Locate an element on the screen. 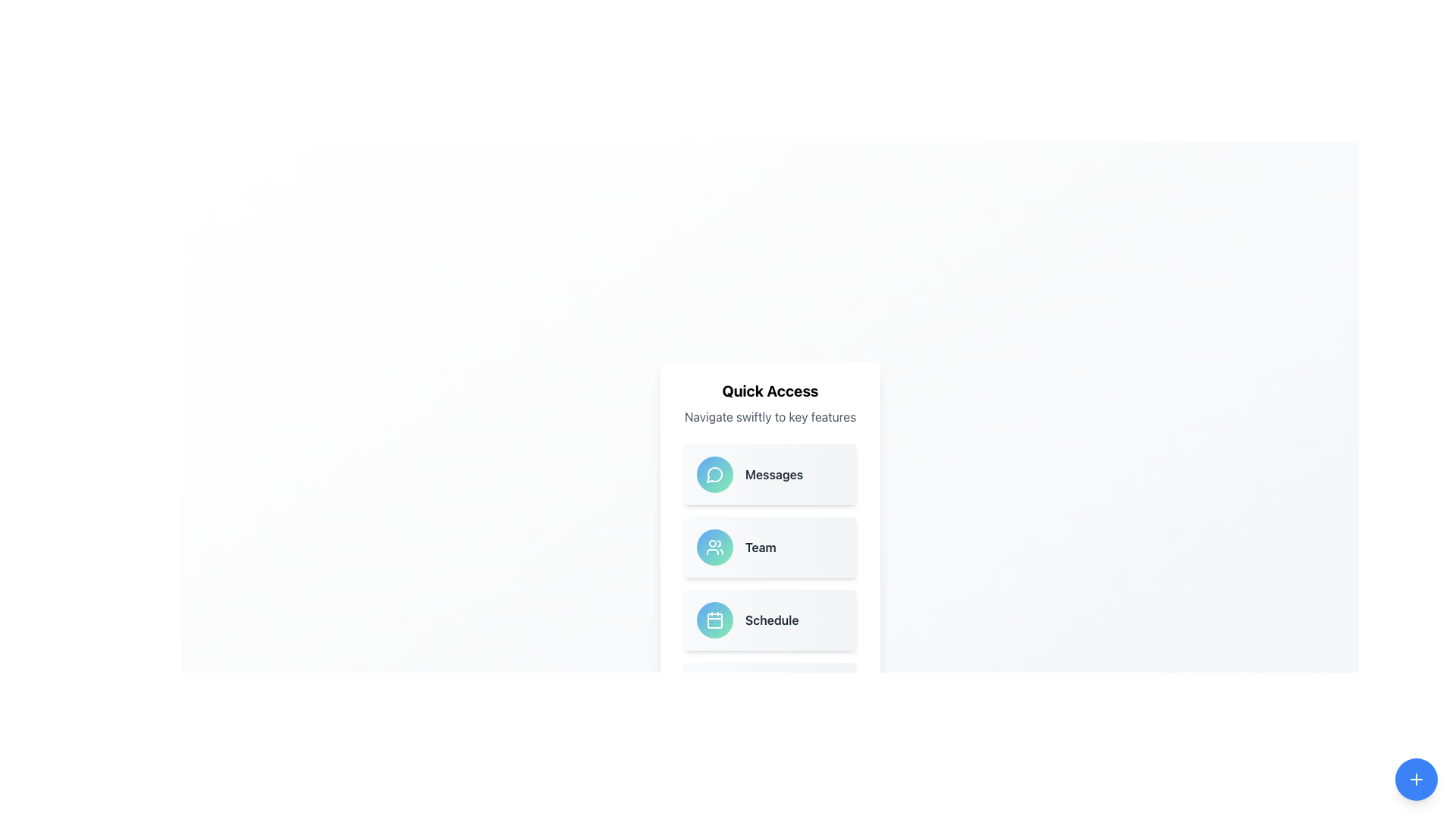 Image resolution: width=1456 pixels, height=819 pixels. the 'Messages' Feature Card is located at coordinates (770, 473).